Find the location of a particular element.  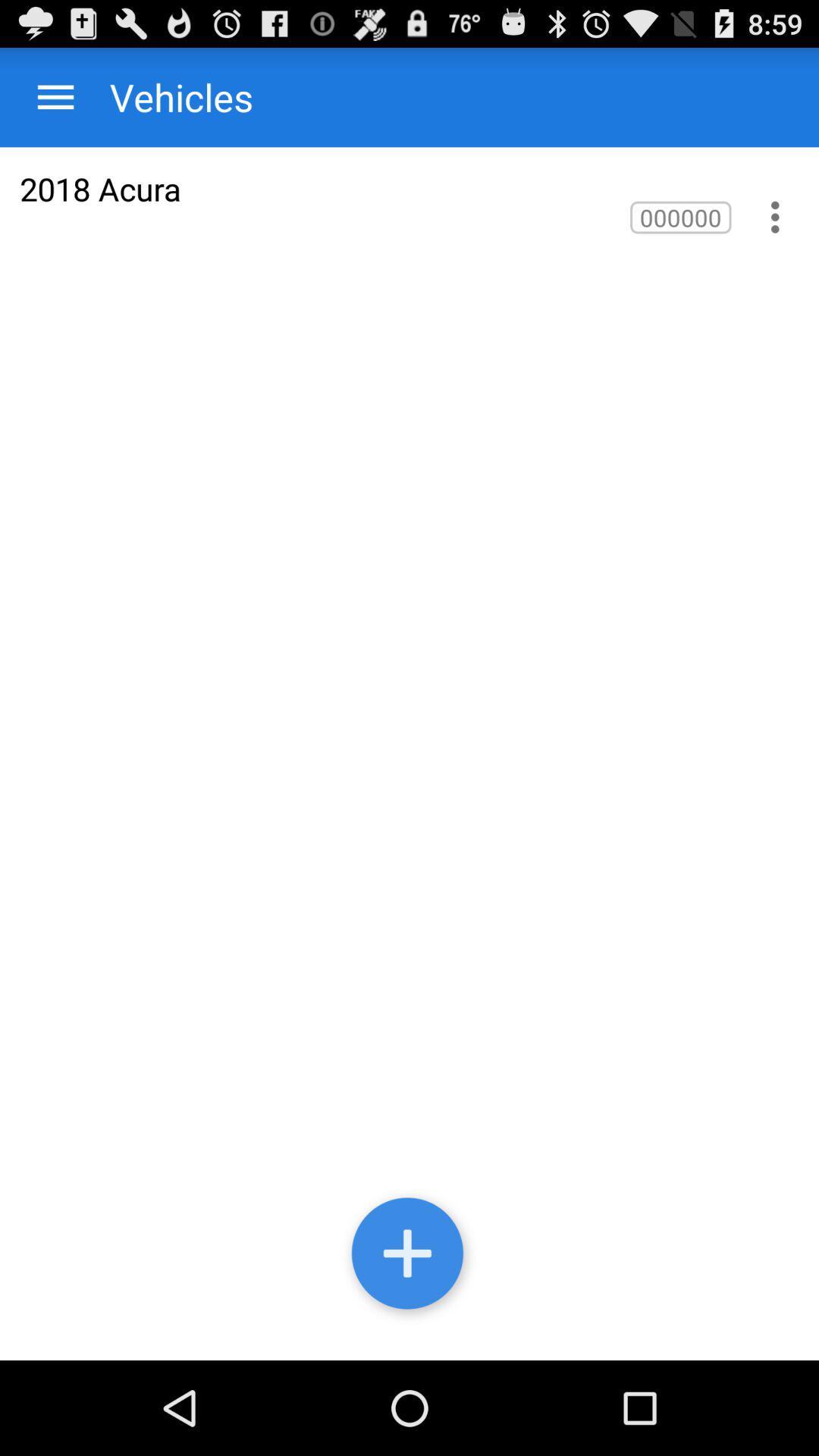

sign is located at coordinates (409, 1257).